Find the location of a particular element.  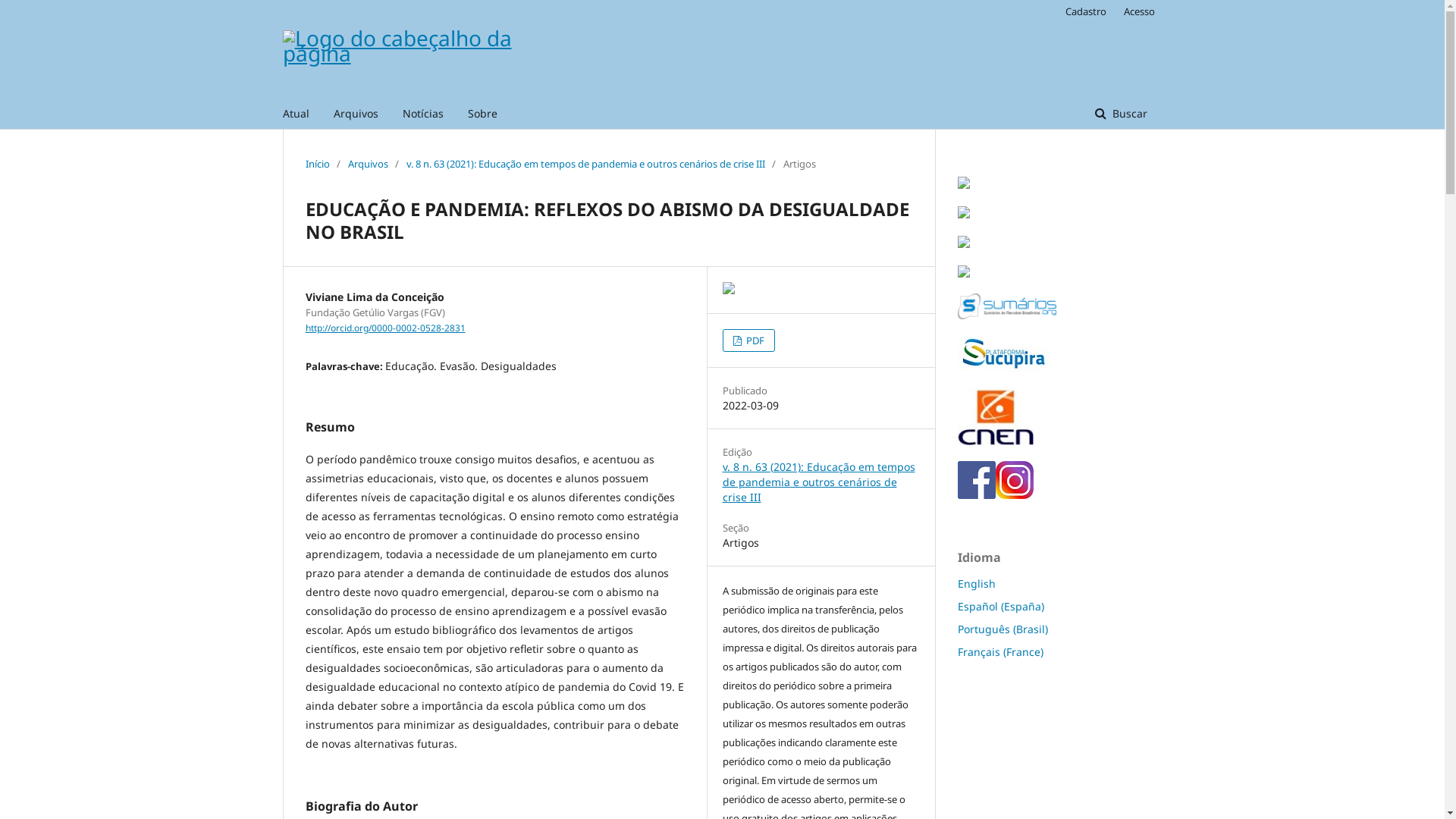

'Arquivos' is located at coordinates (367, 164).